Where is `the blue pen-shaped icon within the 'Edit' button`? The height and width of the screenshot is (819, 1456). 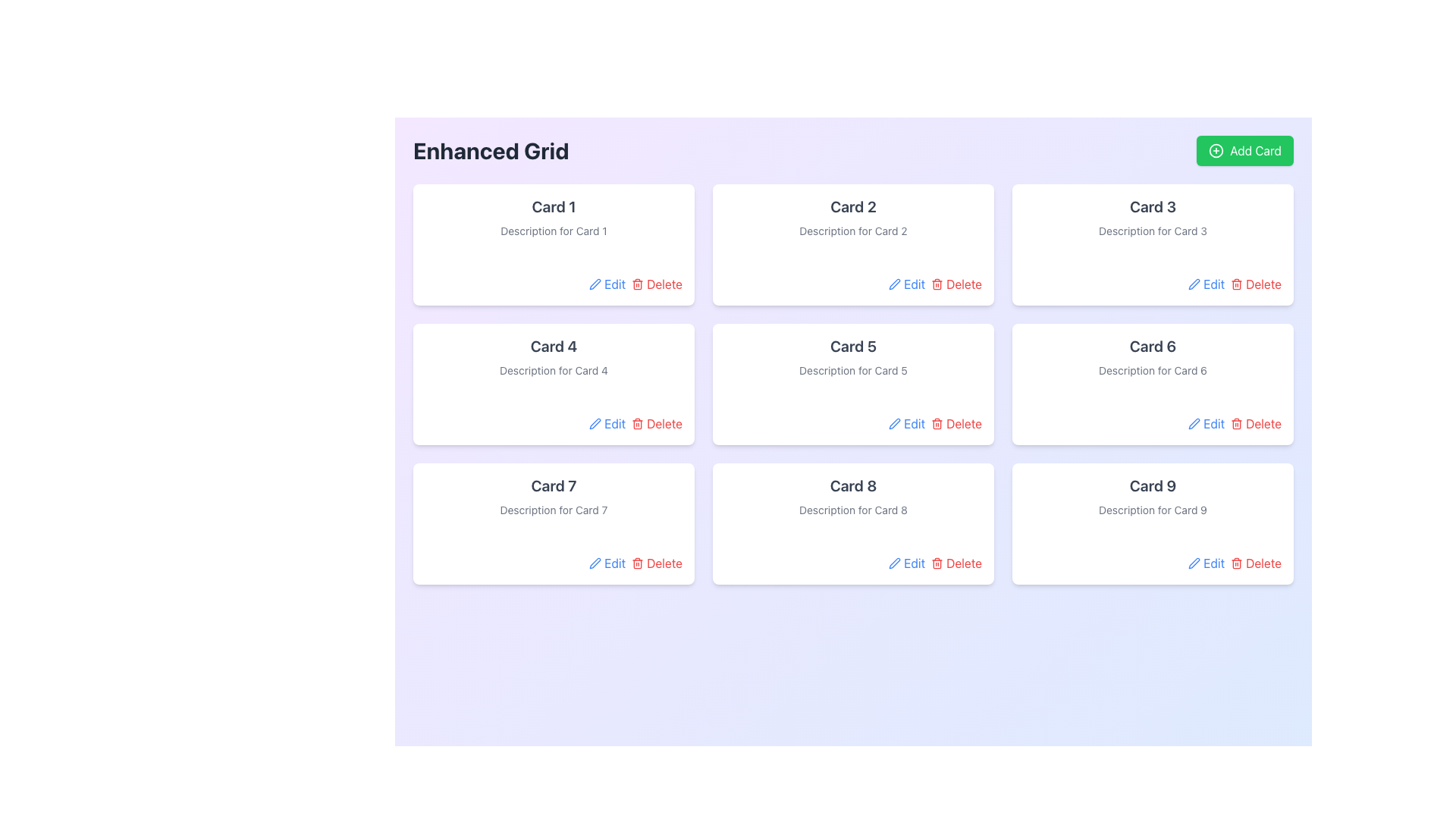 the blue pen-shaped icon within the 'Edit' button is located at coordinates (1193, 424).